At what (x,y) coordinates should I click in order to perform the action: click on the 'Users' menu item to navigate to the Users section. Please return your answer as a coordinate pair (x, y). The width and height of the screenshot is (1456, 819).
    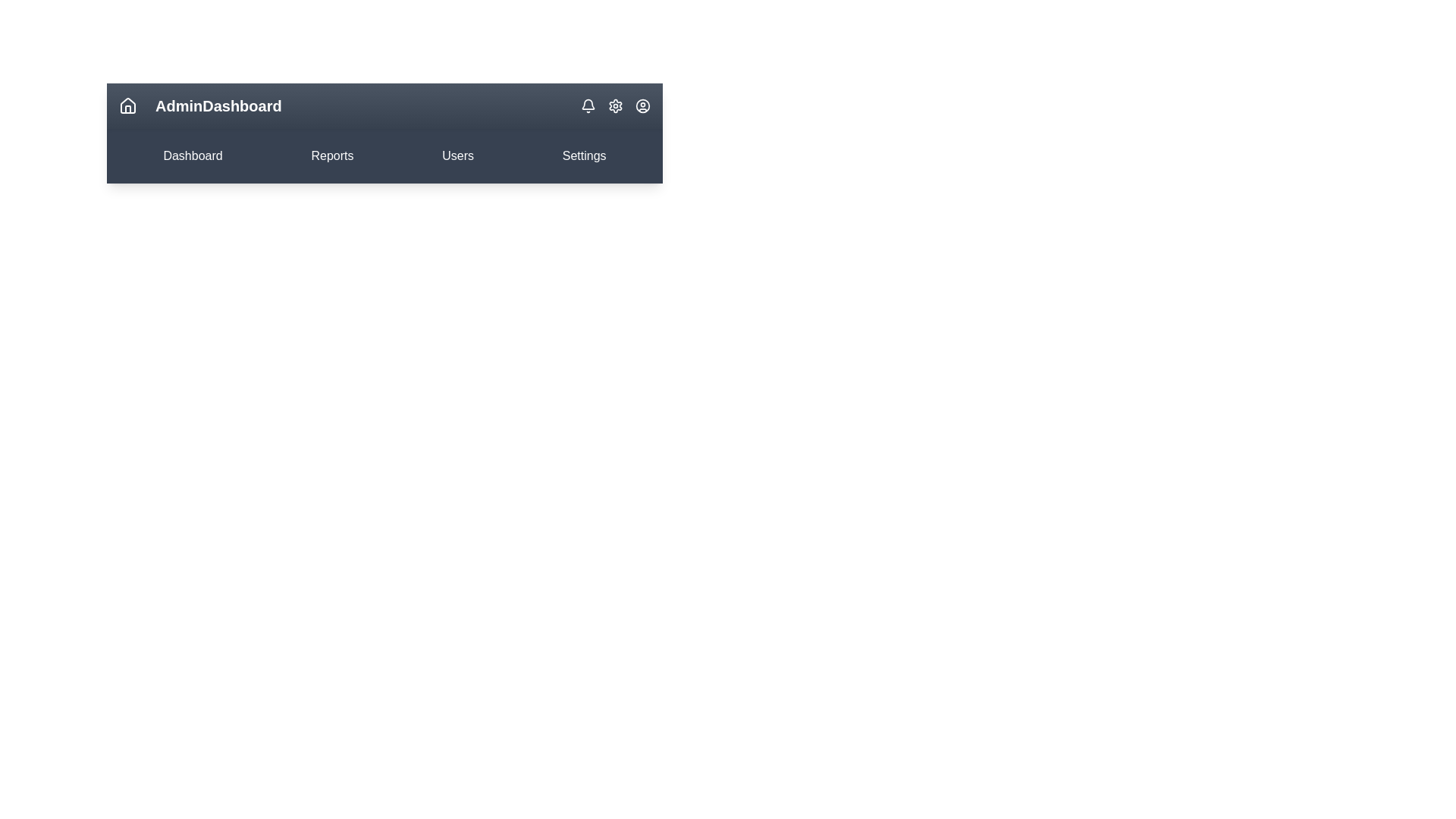
    Looking at the image, I should click on (457, 155).